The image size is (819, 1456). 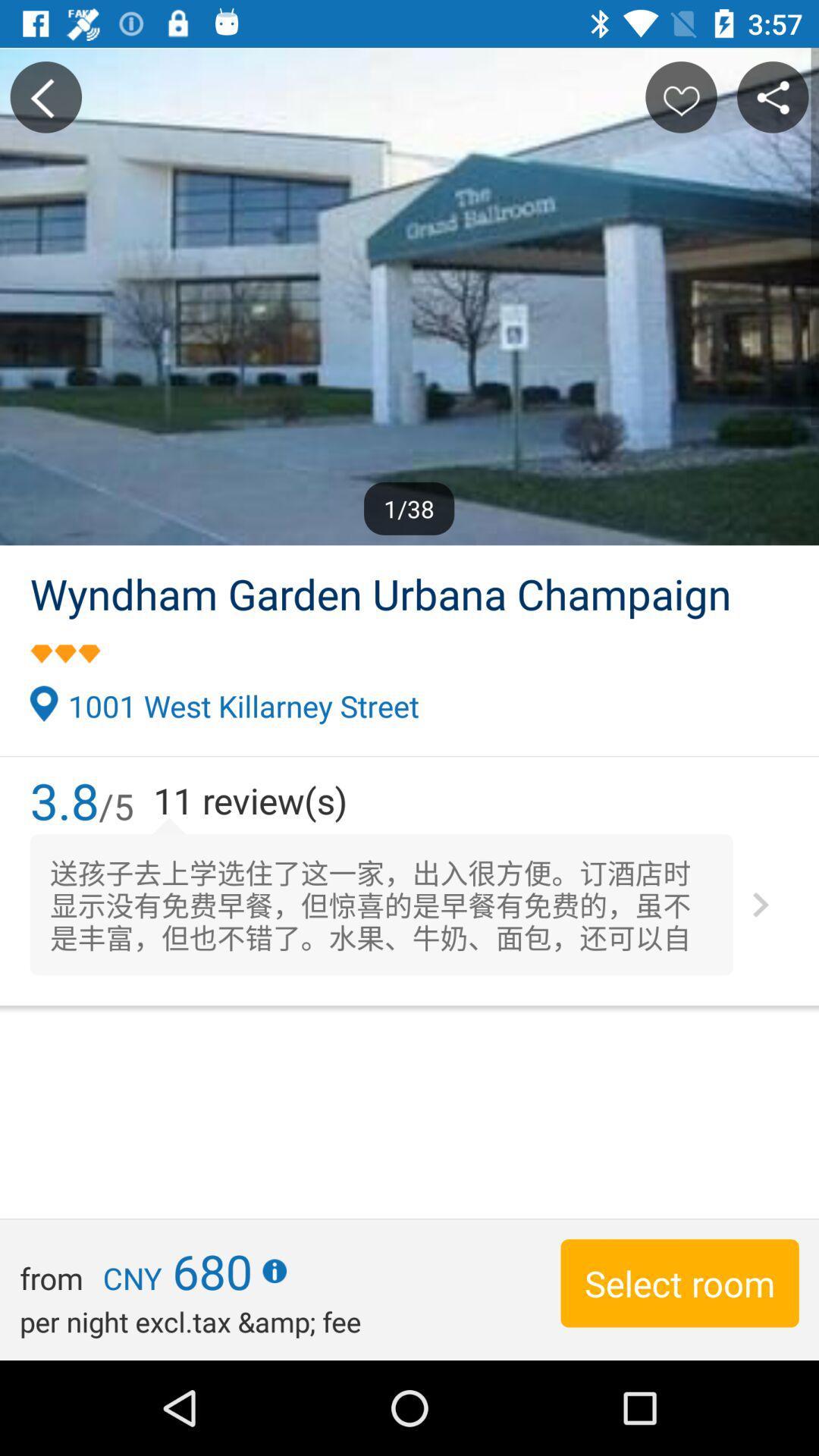 I want to click on the share icon, so click(x=773, y=96).